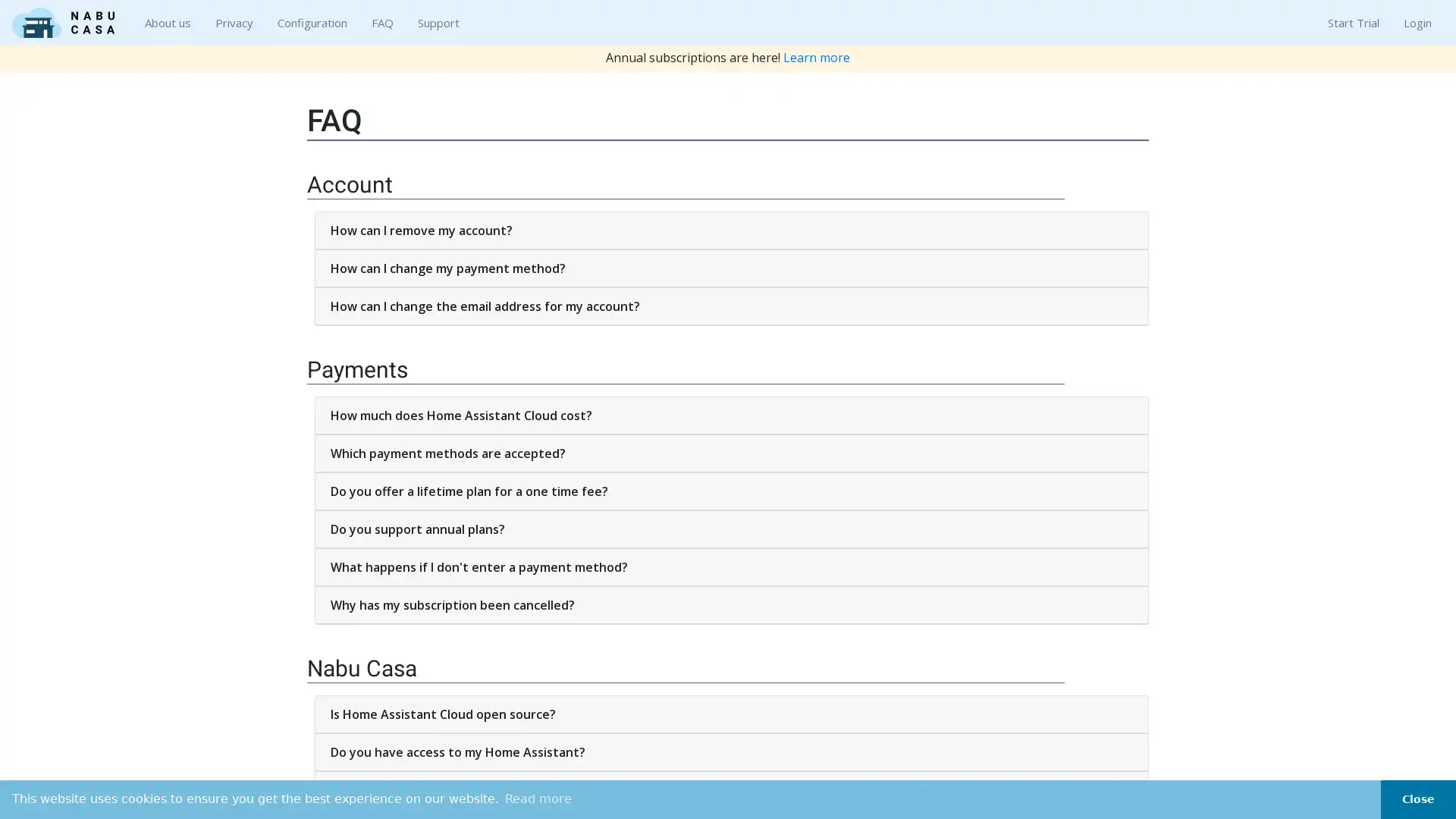  What do you see at coordinates (731, 604) in the screenshot?
I see `Why has my subscription been cancelled?` at bounding box center [731, 604].